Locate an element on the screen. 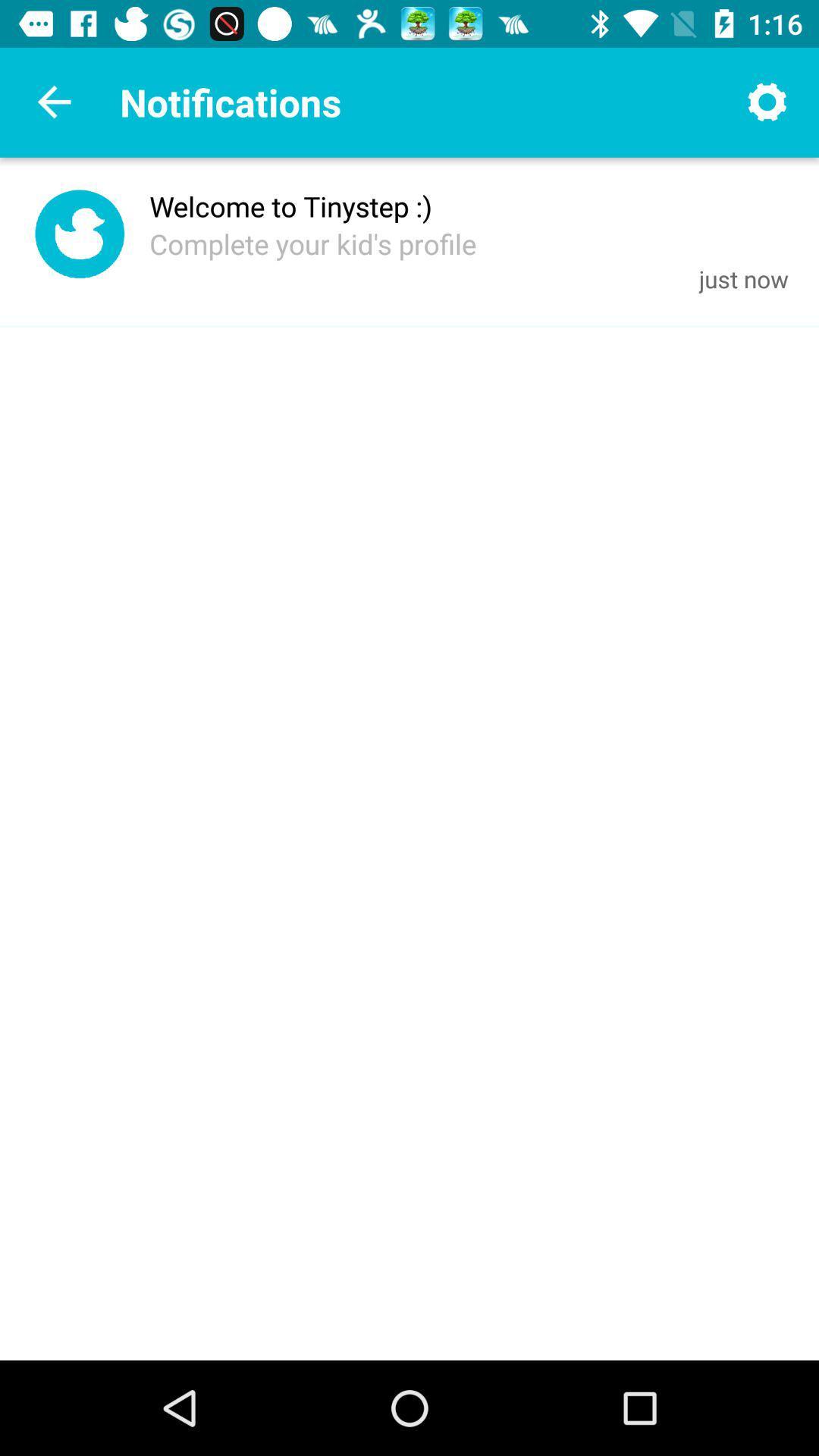 Image resolution: width=819 pixels, height=1456 pixels. item to the left of the just now icon is located at coordinates (312, 243).